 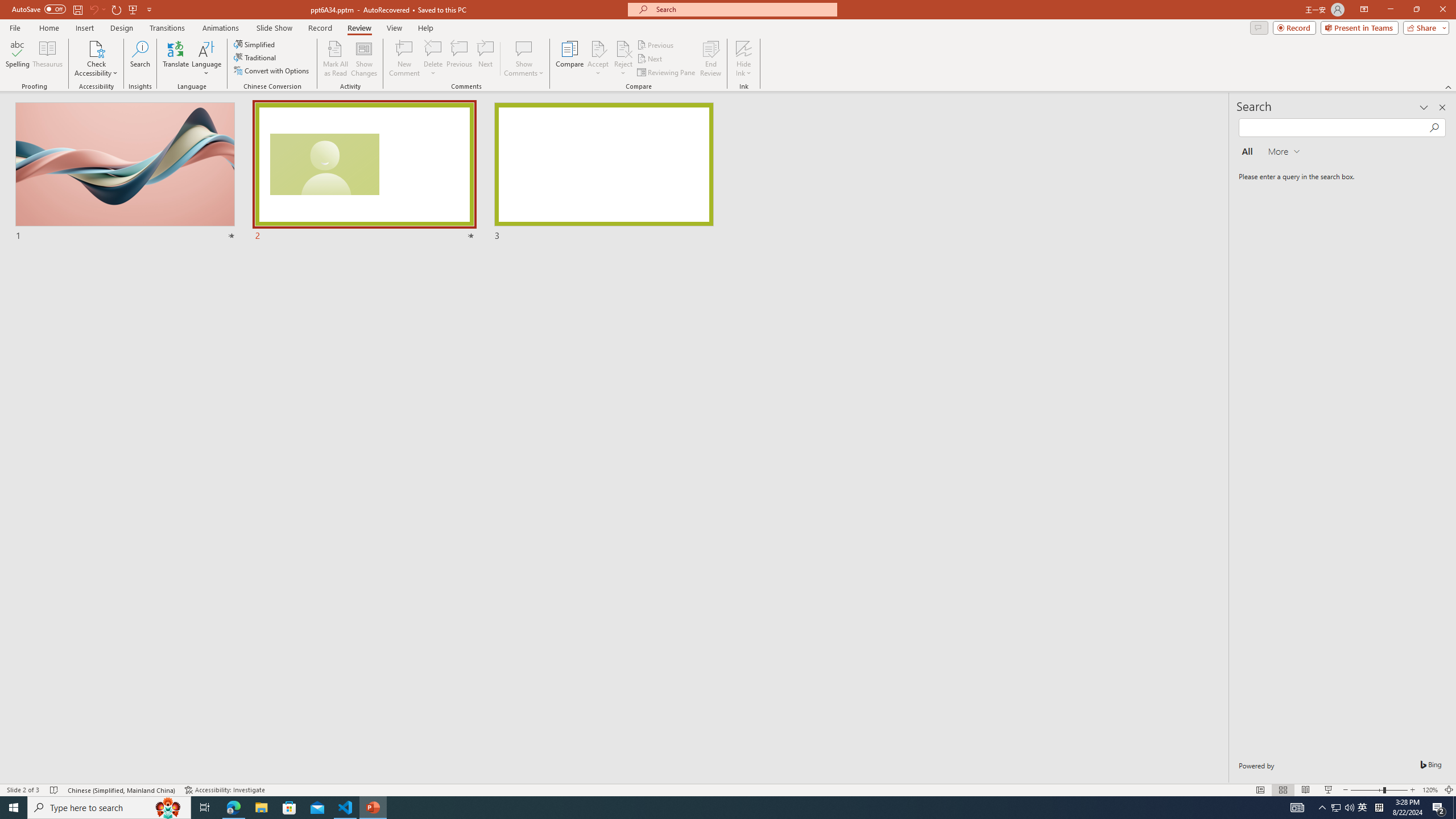 I want to click on 'Compare', so click(x=570, y=59).